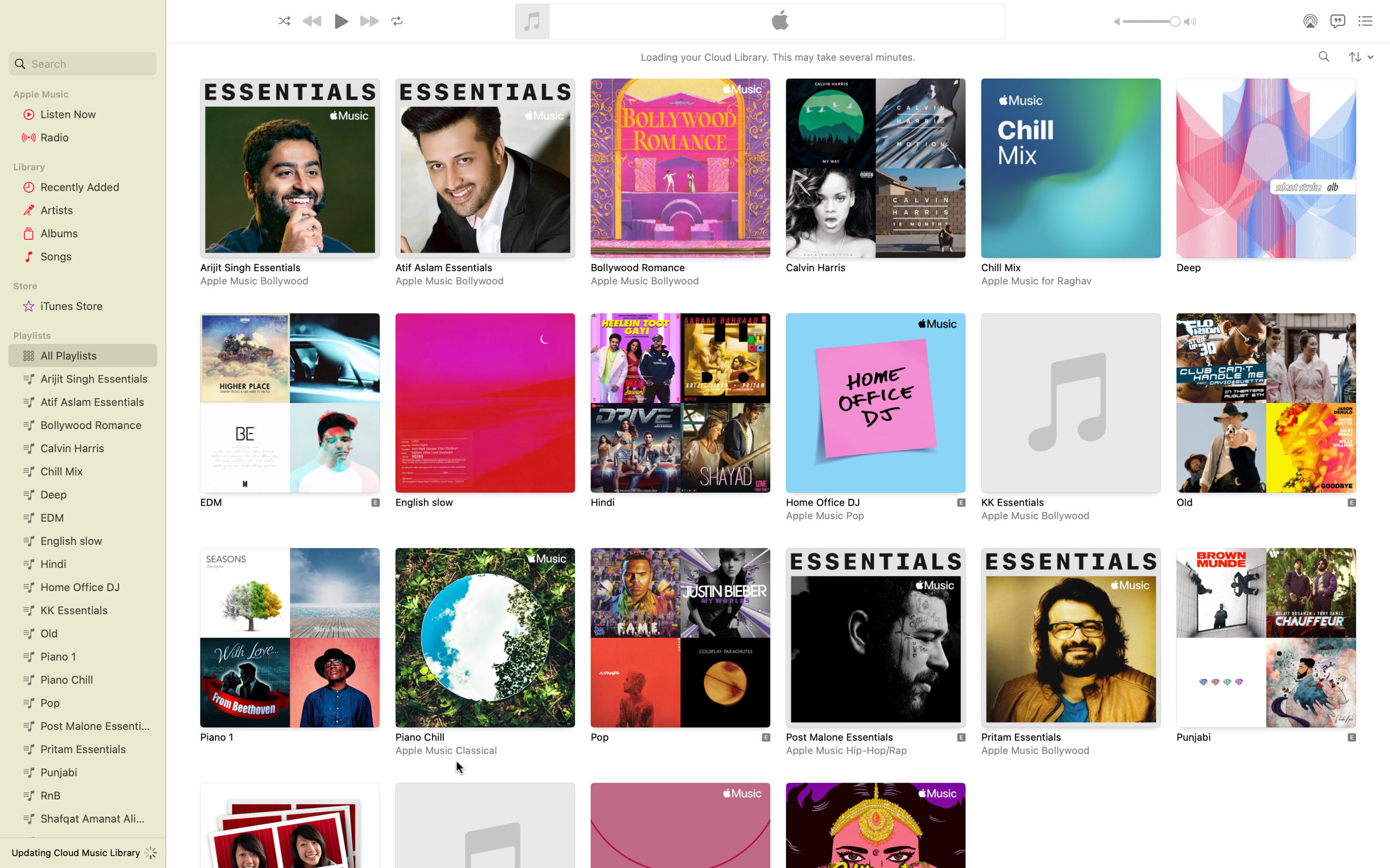 The width and height of the screenshot is (1390, 868). I want to click on the Atif playlist and select it, so click(484, 184).